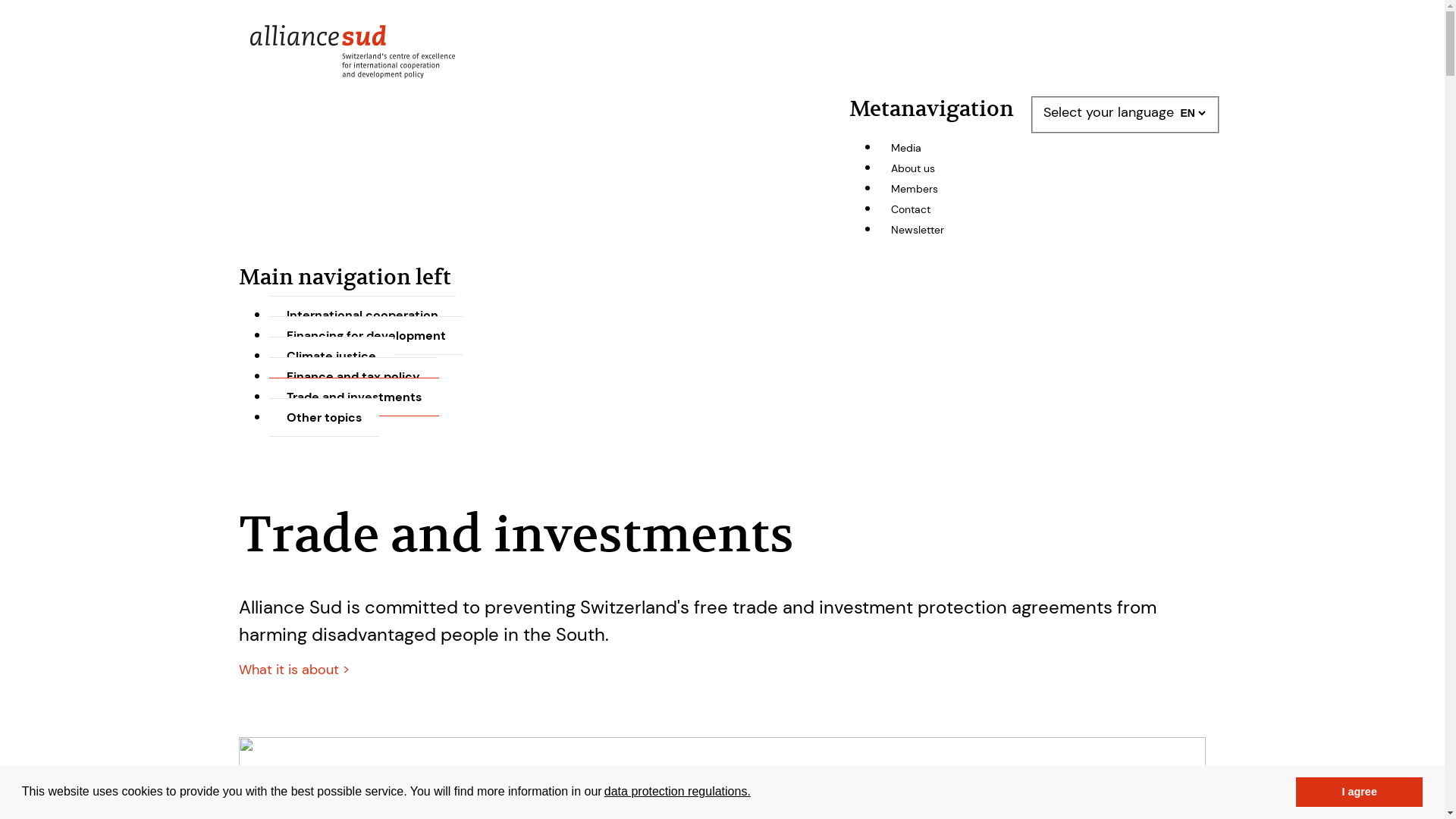  Describe the element at coordinates (323, 417) in the screenshot. I see `'Other topics'` at that location.